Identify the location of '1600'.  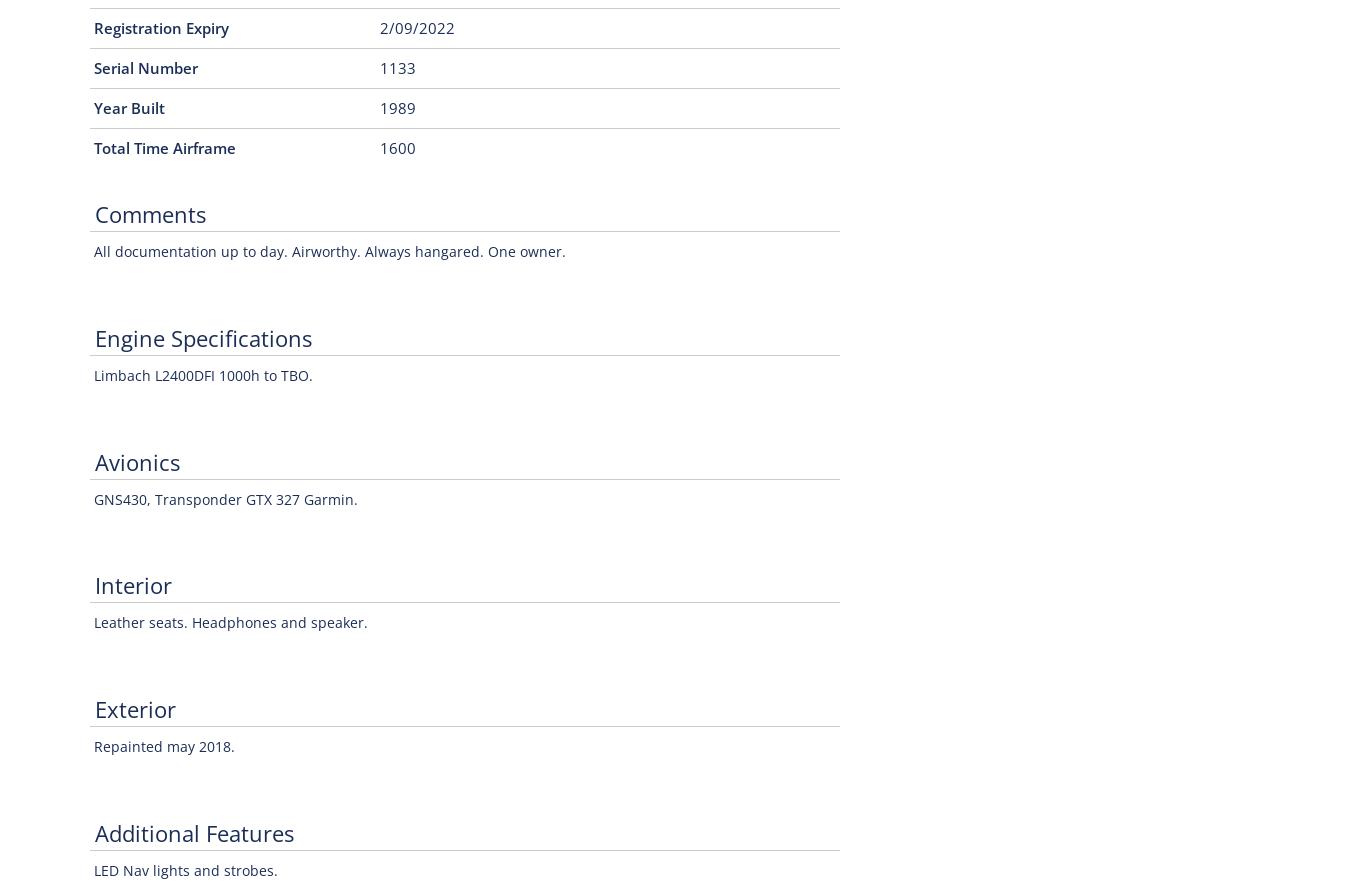
(397, 148).